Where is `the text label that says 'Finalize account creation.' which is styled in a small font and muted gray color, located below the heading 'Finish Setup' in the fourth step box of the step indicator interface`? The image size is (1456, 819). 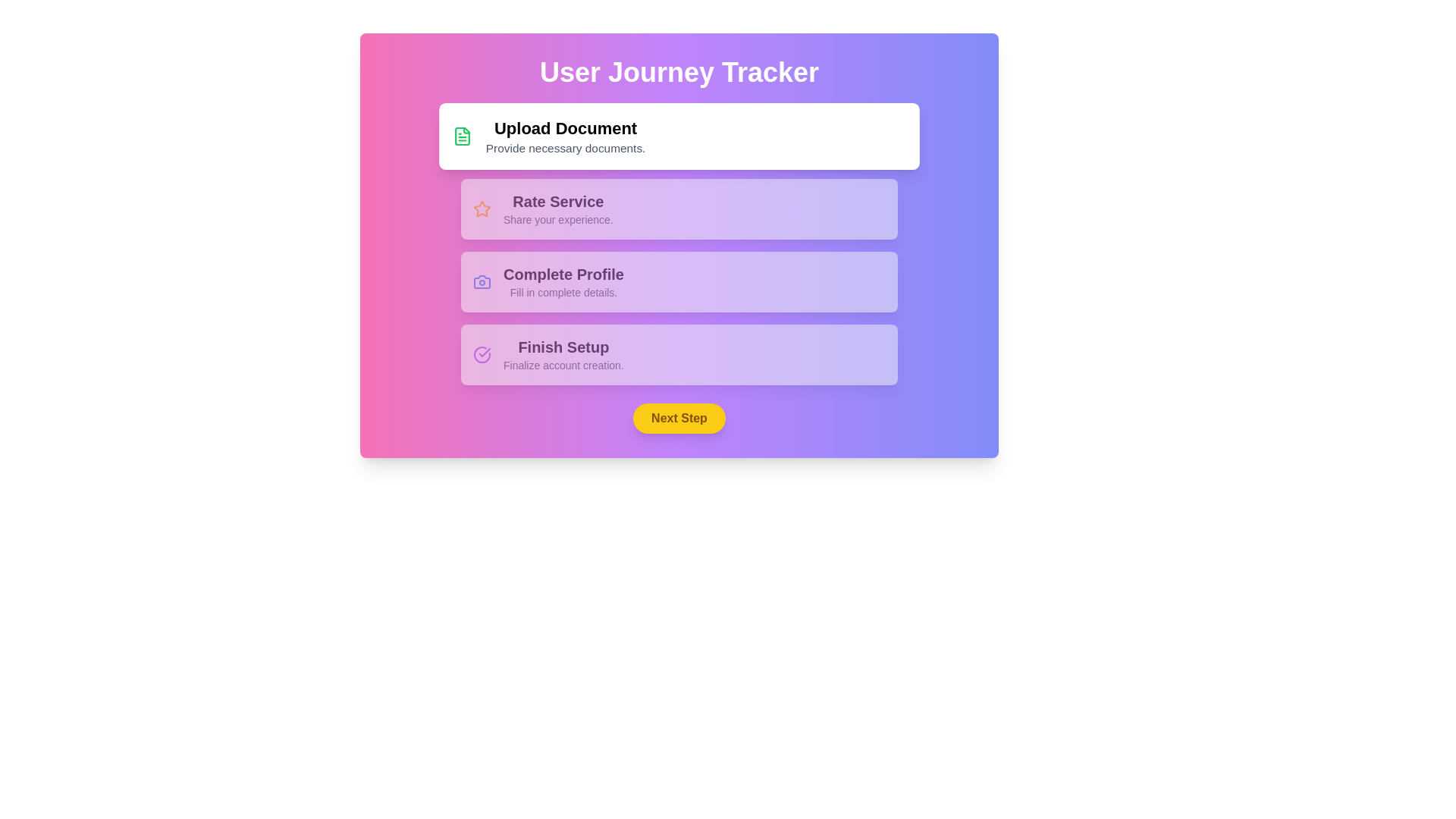 the text label that says 'Finalize account creation.' which is styled in a small font and muted gray color, located below the heading 'Finish Setup' in the fourth step box of the step indicator interface is located at coordinates (563, 366).